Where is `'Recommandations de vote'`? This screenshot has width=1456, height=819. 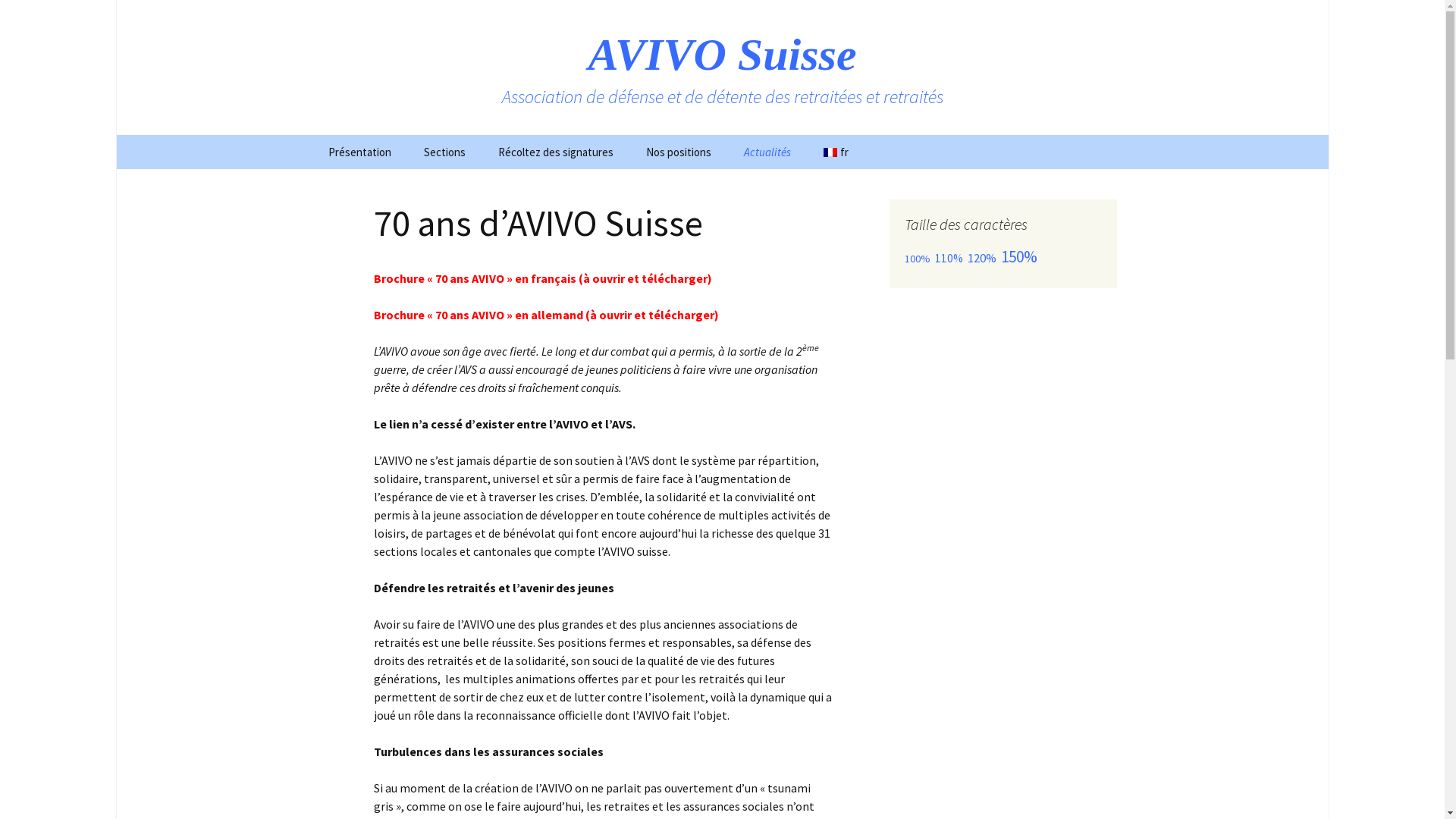
'Recommandations de vote' is located at coordinates (704, 191).